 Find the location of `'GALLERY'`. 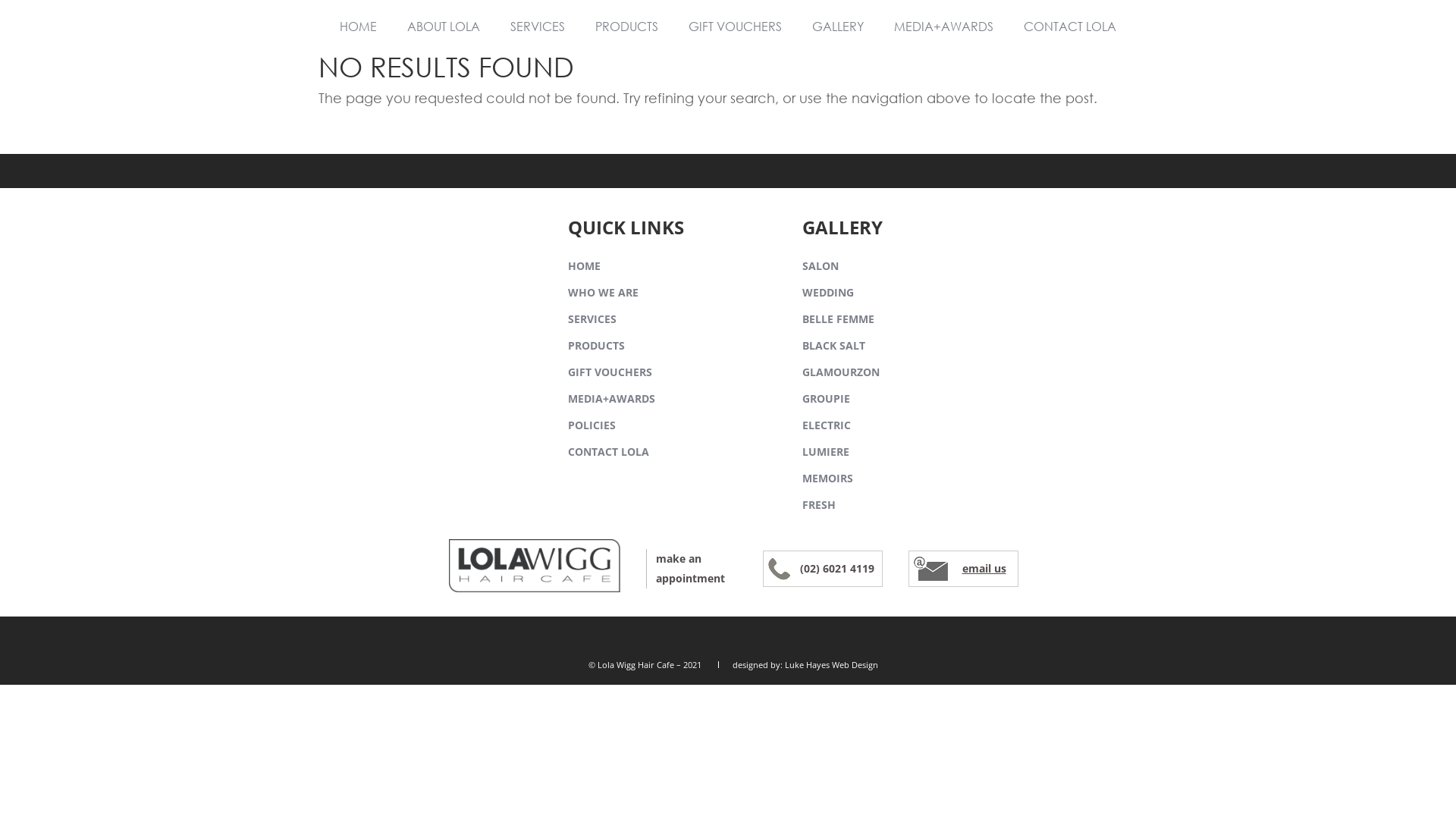

'GALLERY' is located at coordinates (836, 26).